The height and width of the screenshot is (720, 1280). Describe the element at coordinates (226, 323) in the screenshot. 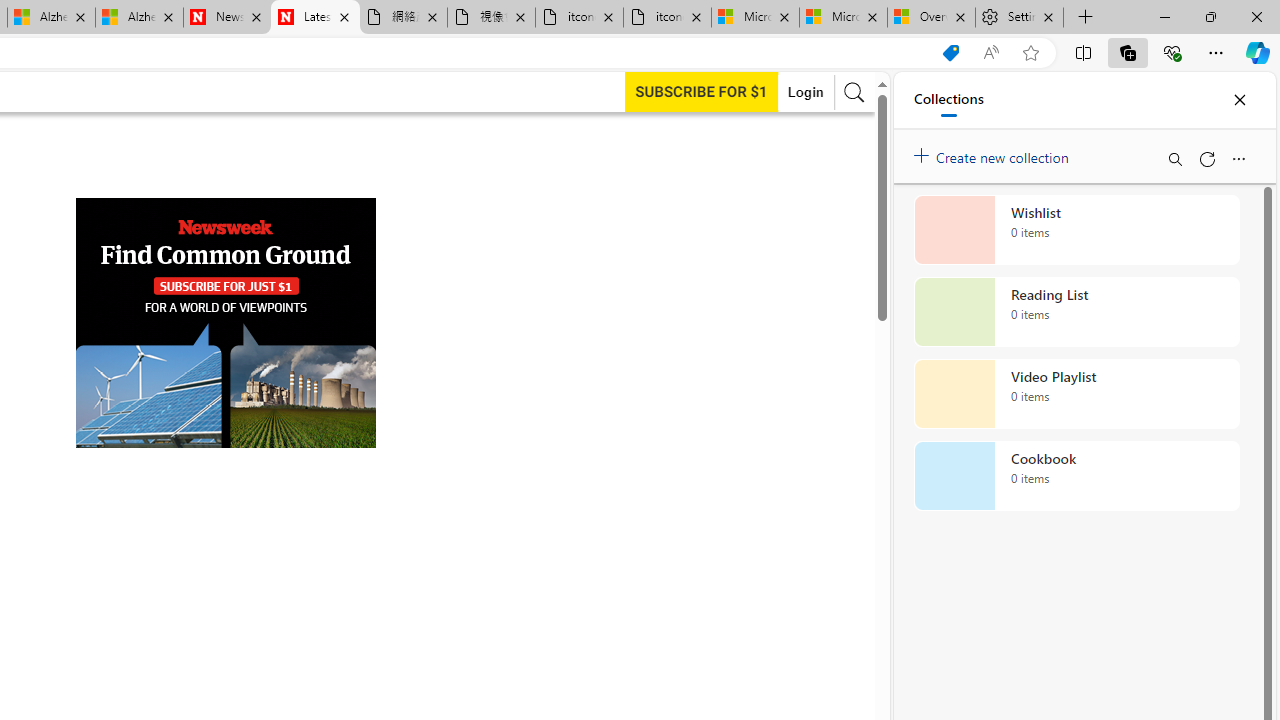

I see `'AutomationID: aw0'` at that location.